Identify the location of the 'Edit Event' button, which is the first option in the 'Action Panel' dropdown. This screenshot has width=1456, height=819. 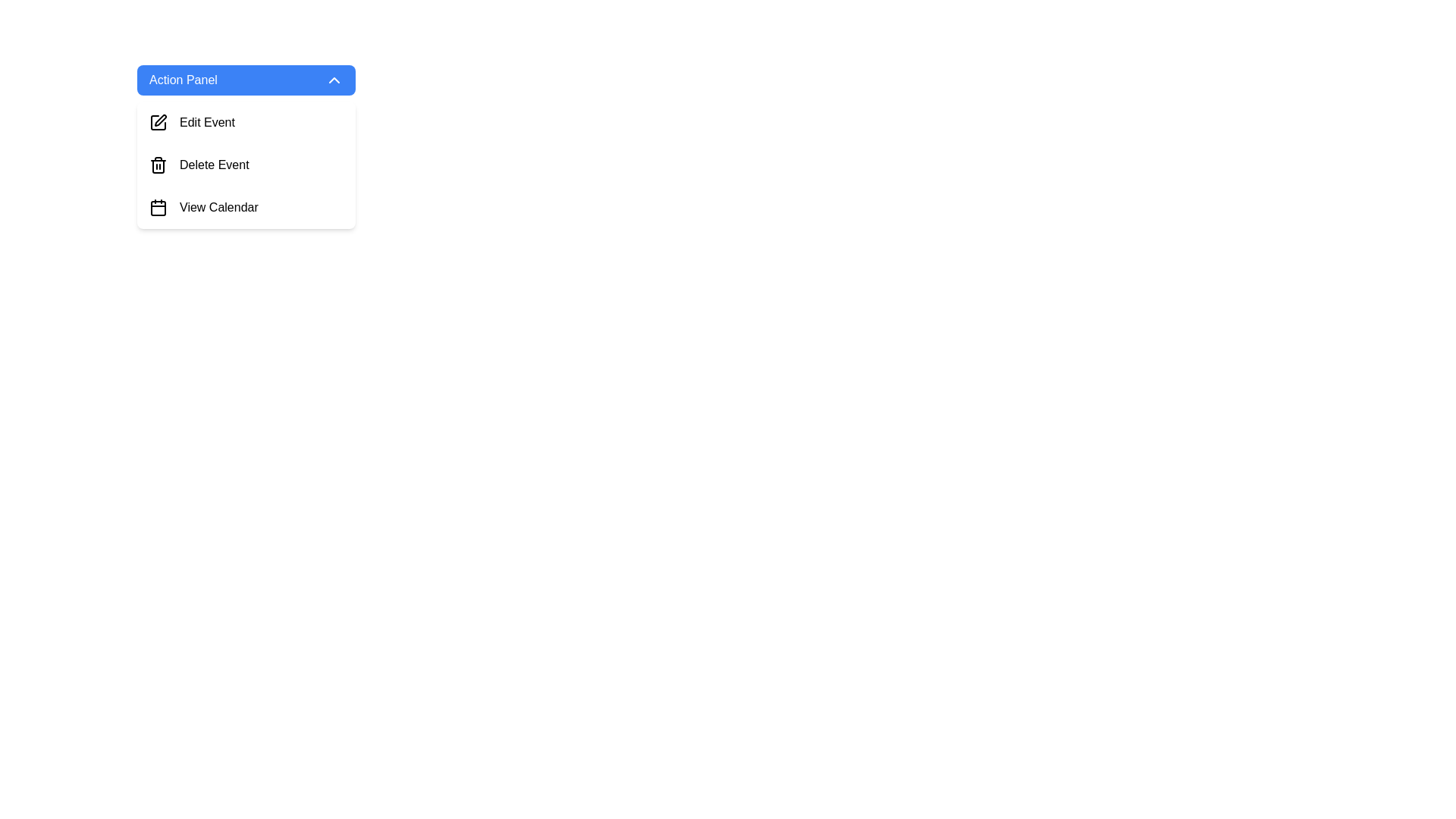
(246, 122).